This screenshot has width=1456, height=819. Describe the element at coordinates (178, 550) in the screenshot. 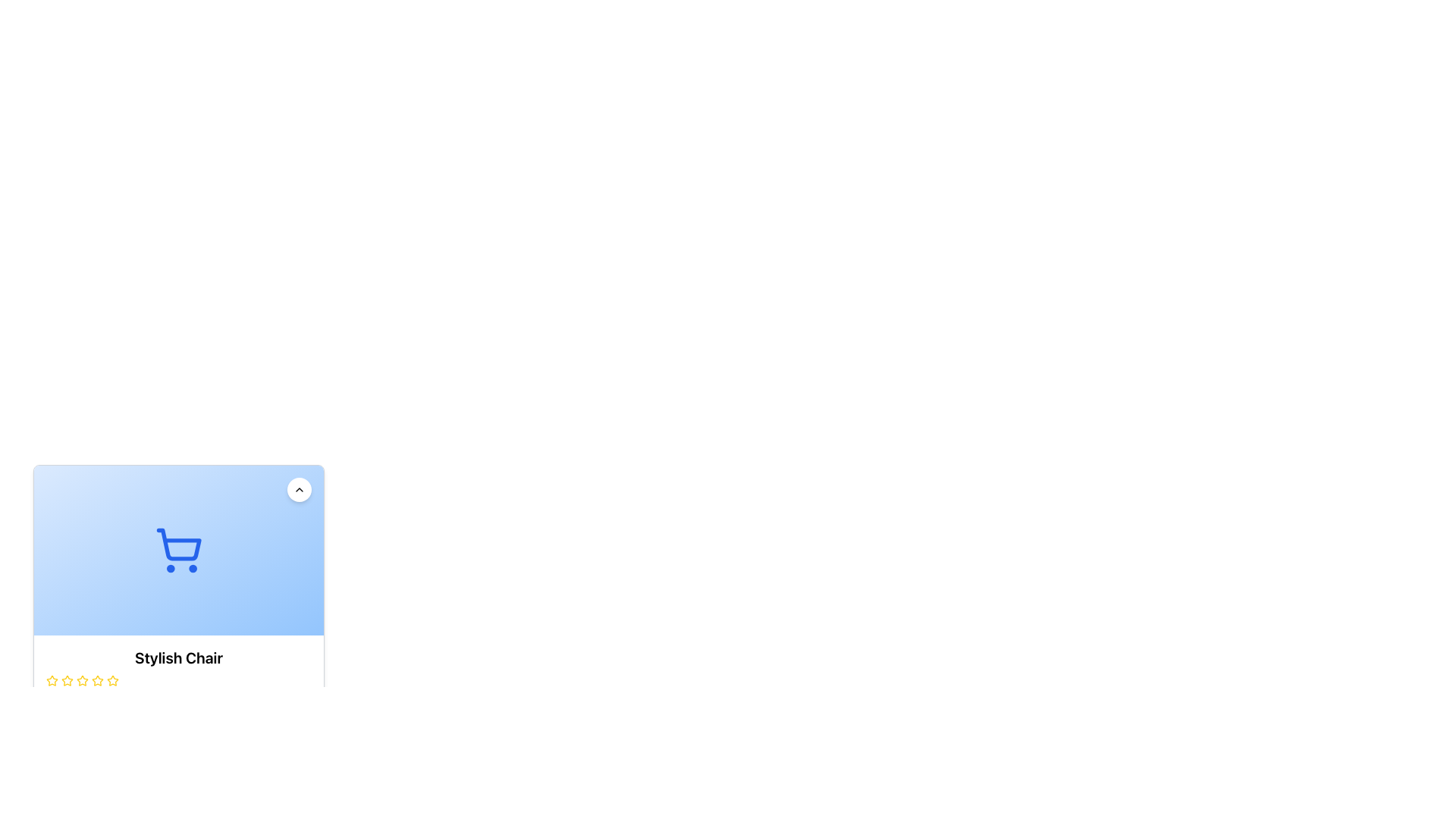

I see `the shopping-related decorative icon located at the center of the blue rectangular box at the top of the product card` at that location.